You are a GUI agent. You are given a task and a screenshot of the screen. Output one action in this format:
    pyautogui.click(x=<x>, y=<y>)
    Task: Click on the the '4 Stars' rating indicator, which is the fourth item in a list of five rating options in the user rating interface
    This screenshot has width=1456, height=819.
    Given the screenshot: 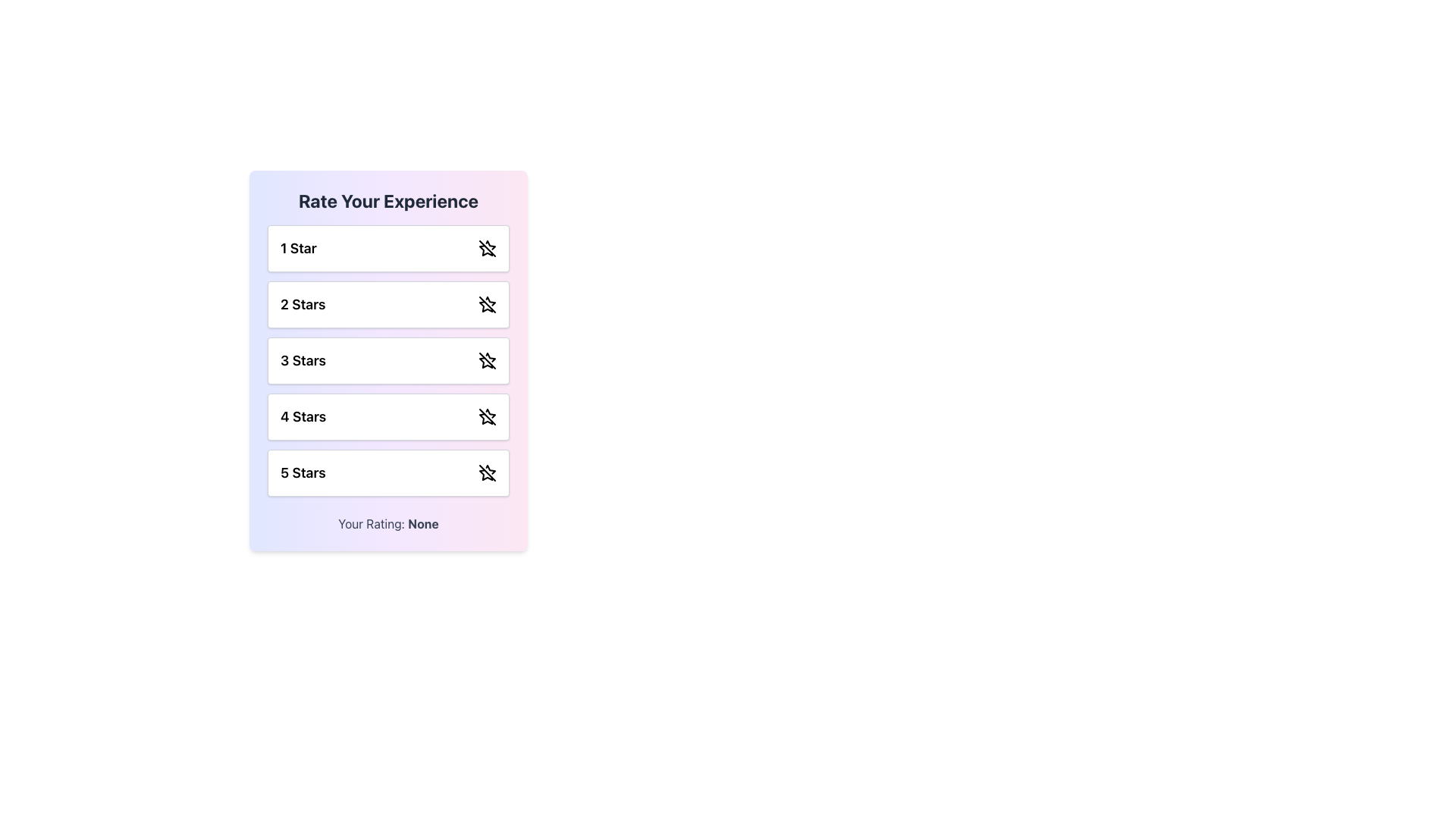 What is the action you would take?
    pyautogui.click(x=303, y=417)
    